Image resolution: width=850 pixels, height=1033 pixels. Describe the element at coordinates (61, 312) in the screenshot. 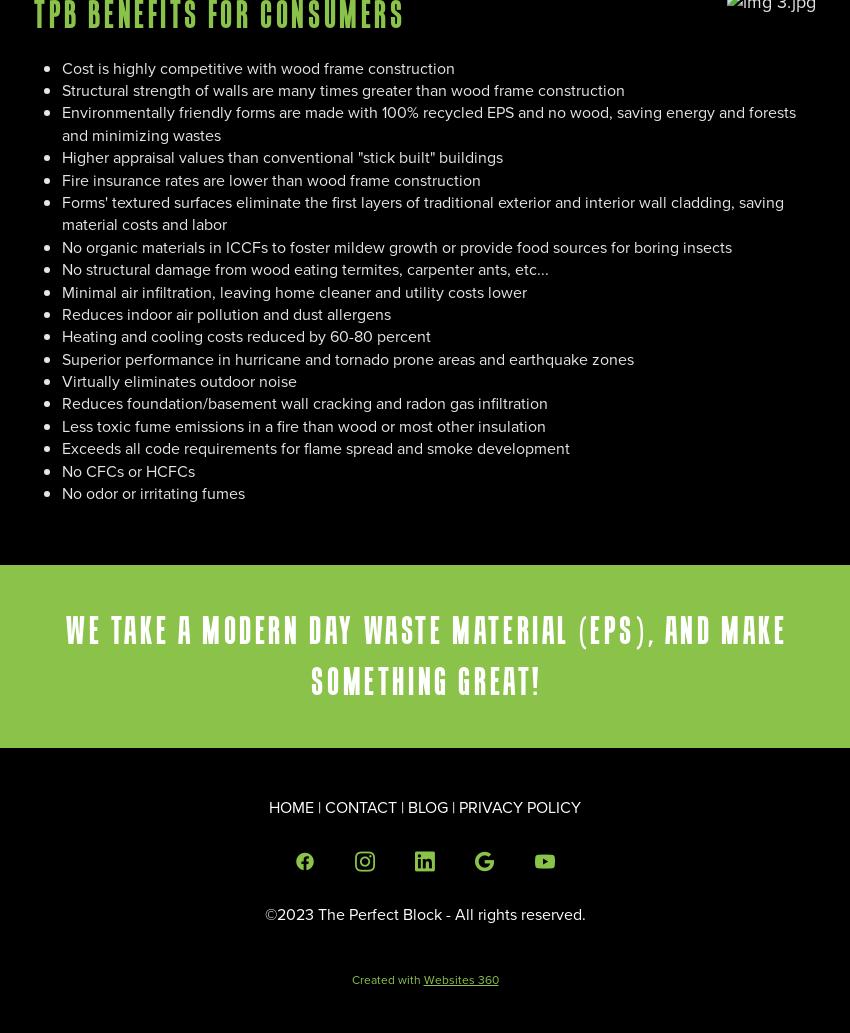

I see `'Reduces indoor air pollution and dust allergens'` at that location.